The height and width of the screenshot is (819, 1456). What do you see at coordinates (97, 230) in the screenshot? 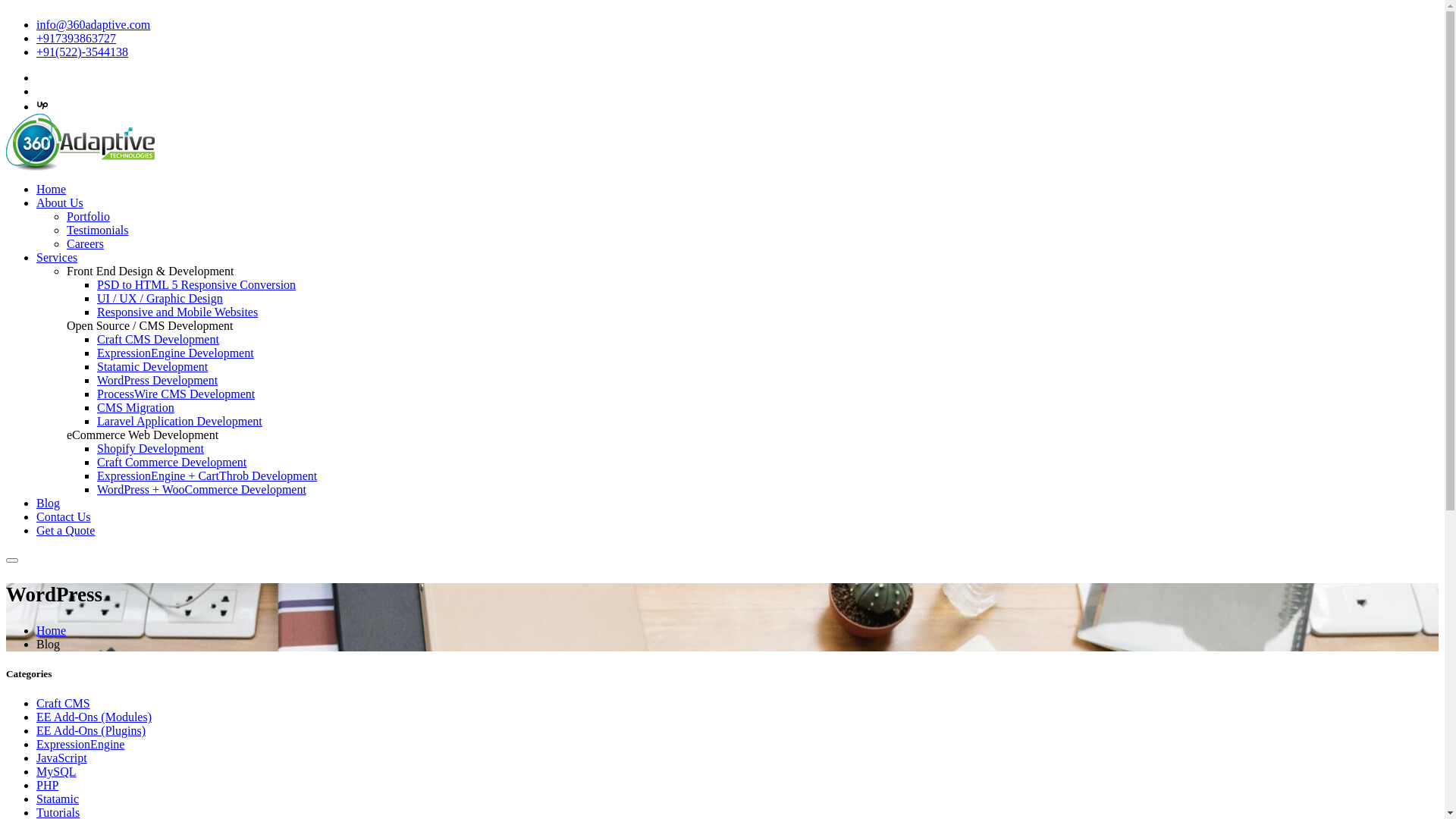
I see `'Testimonials'` at bounding box center [97, 230].